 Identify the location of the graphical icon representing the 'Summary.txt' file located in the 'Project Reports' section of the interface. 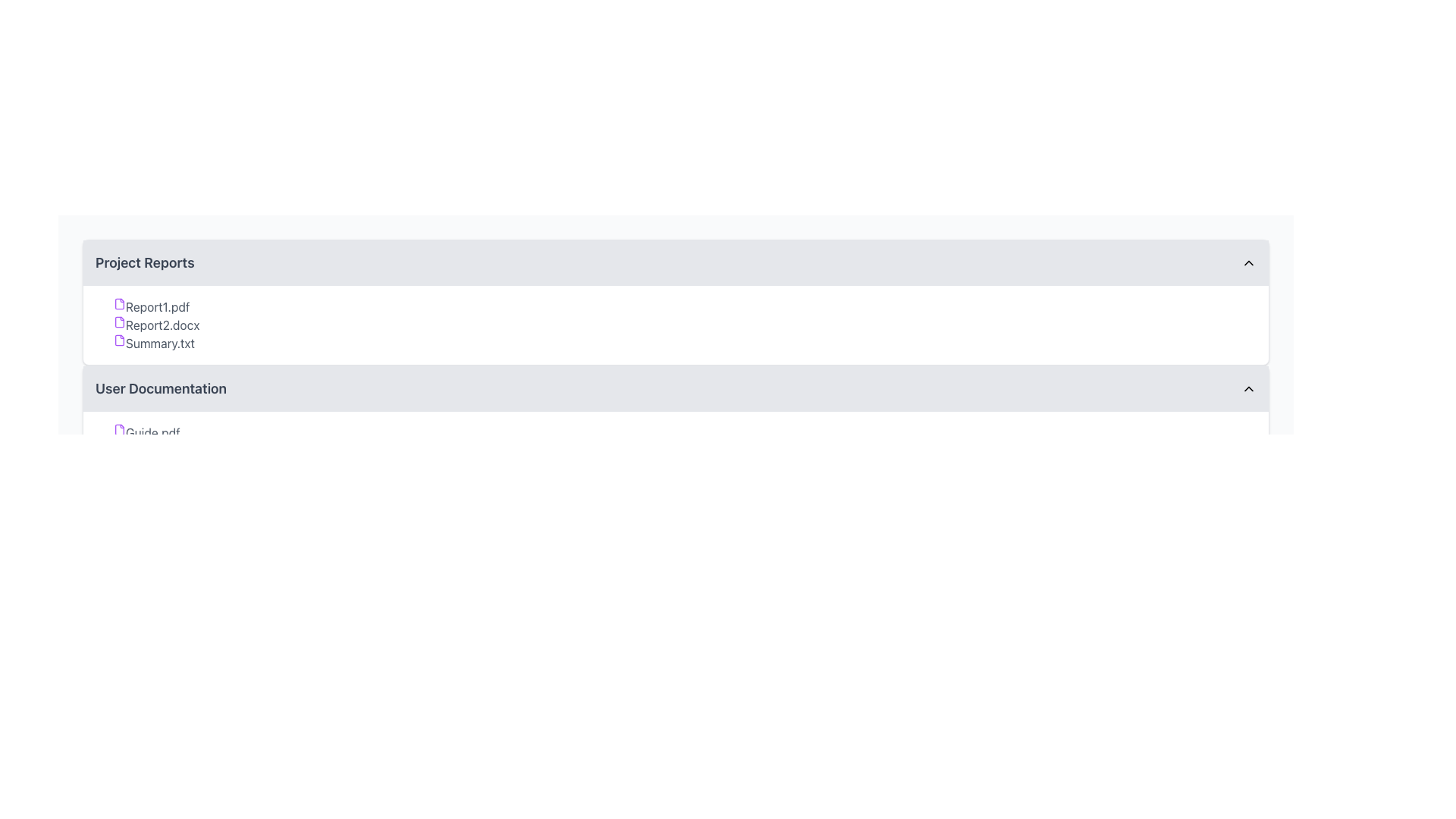
(119, 339).